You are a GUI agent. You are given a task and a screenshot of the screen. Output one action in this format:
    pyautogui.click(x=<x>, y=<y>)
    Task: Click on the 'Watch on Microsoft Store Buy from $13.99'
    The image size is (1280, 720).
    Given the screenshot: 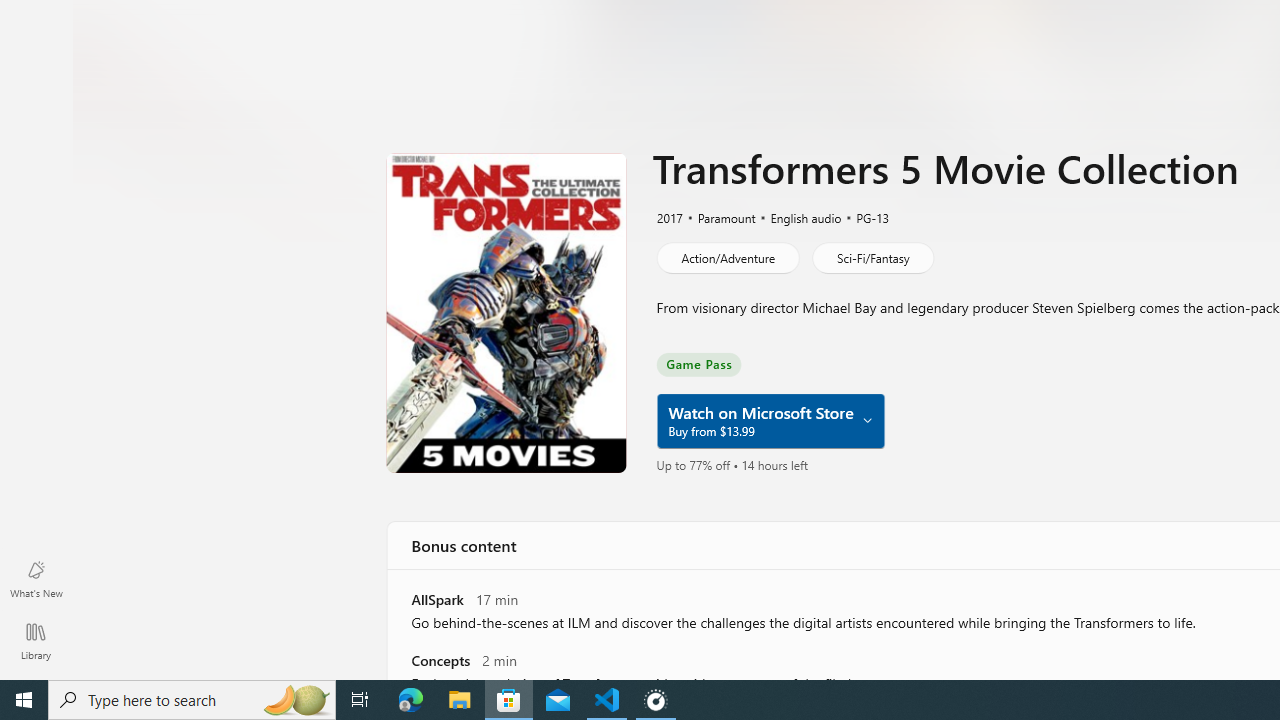 What is the action you would take?
    pyautogui.click(x=768, y=420)
    